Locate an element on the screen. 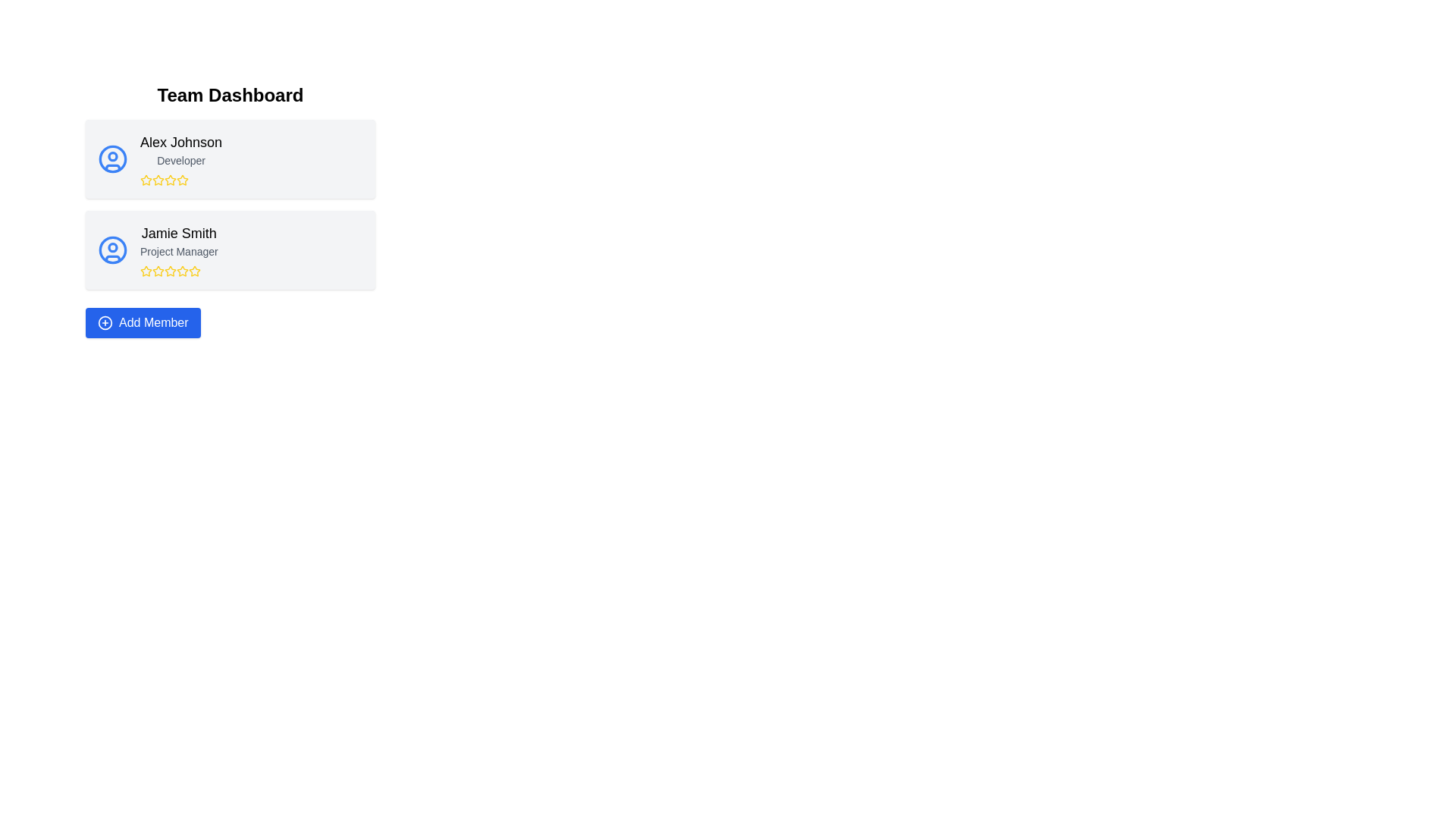 The image size is (1456, 819). the large, bold text displaying 'Team Dashboard' prominently at the top of the interface is located at coordinates (229, 96).